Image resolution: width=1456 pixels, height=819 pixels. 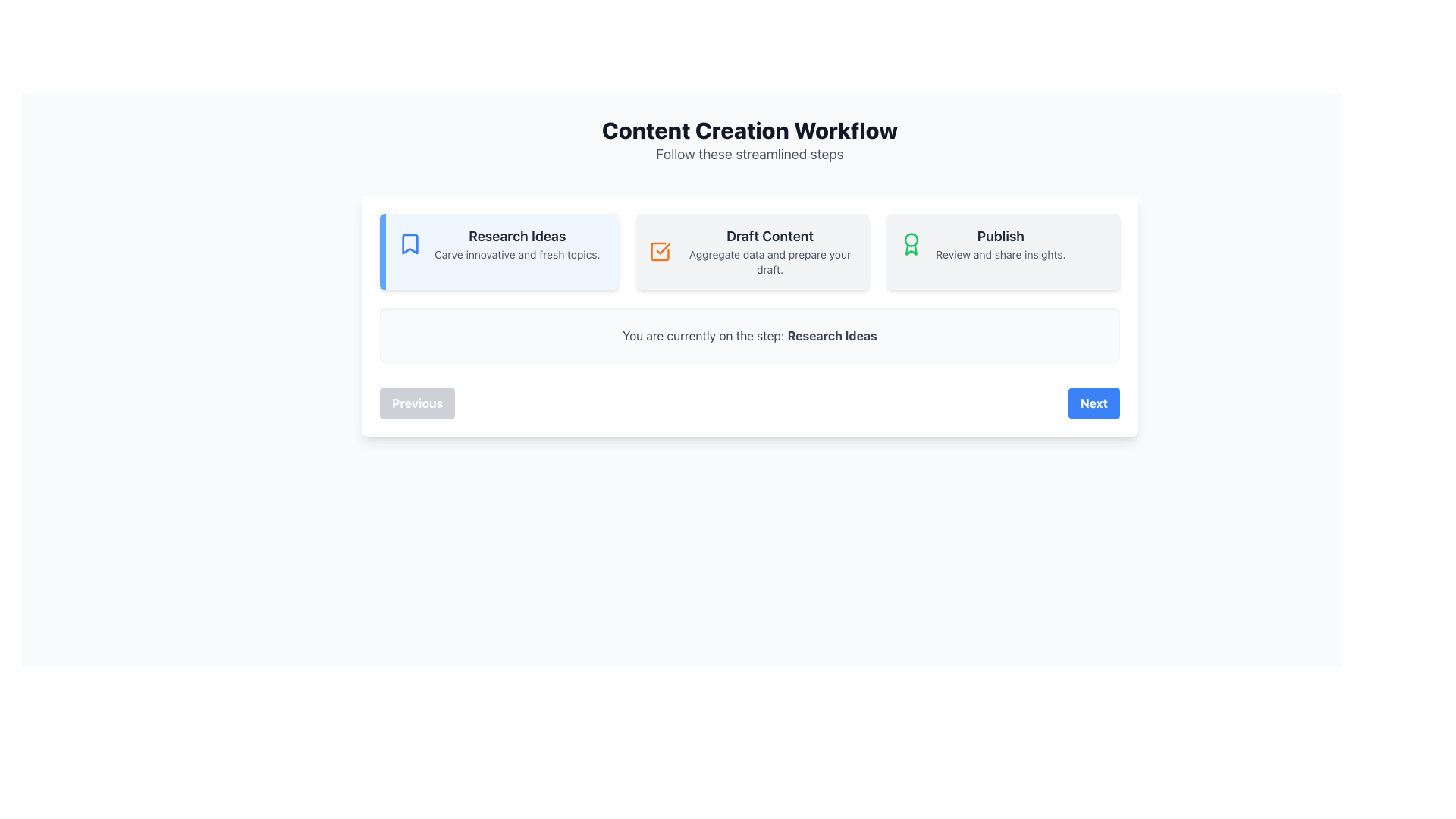 What do you see at coordinates (770, 250) in the screenshot?
I see `text of the 'Draft Content' label, which serves as an indicator for this phase in the workflow` at bounding box center [770, 250].